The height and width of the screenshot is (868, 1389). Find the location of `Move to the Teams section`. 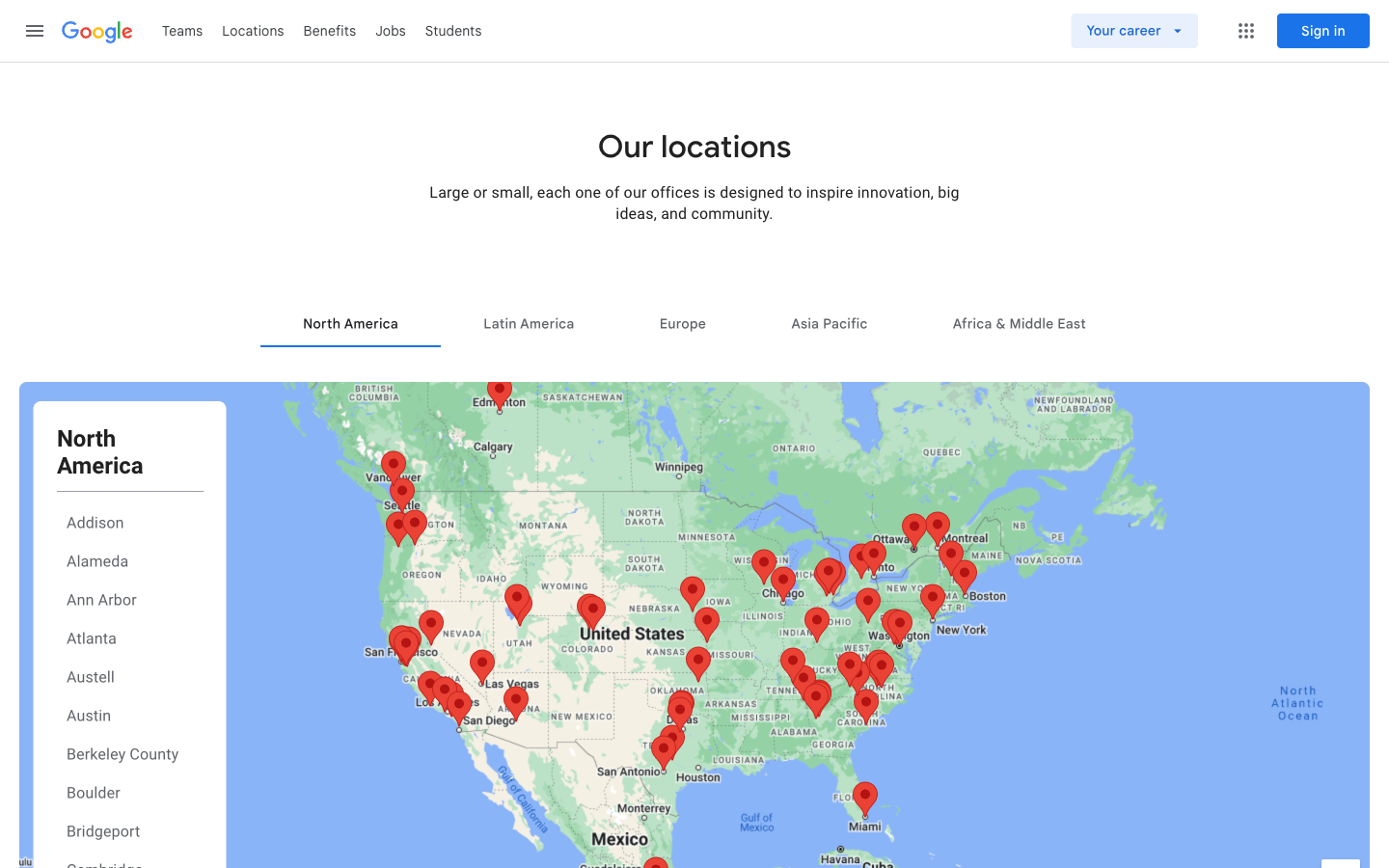

Move to the Teams section is located at coordinates (182, 29).